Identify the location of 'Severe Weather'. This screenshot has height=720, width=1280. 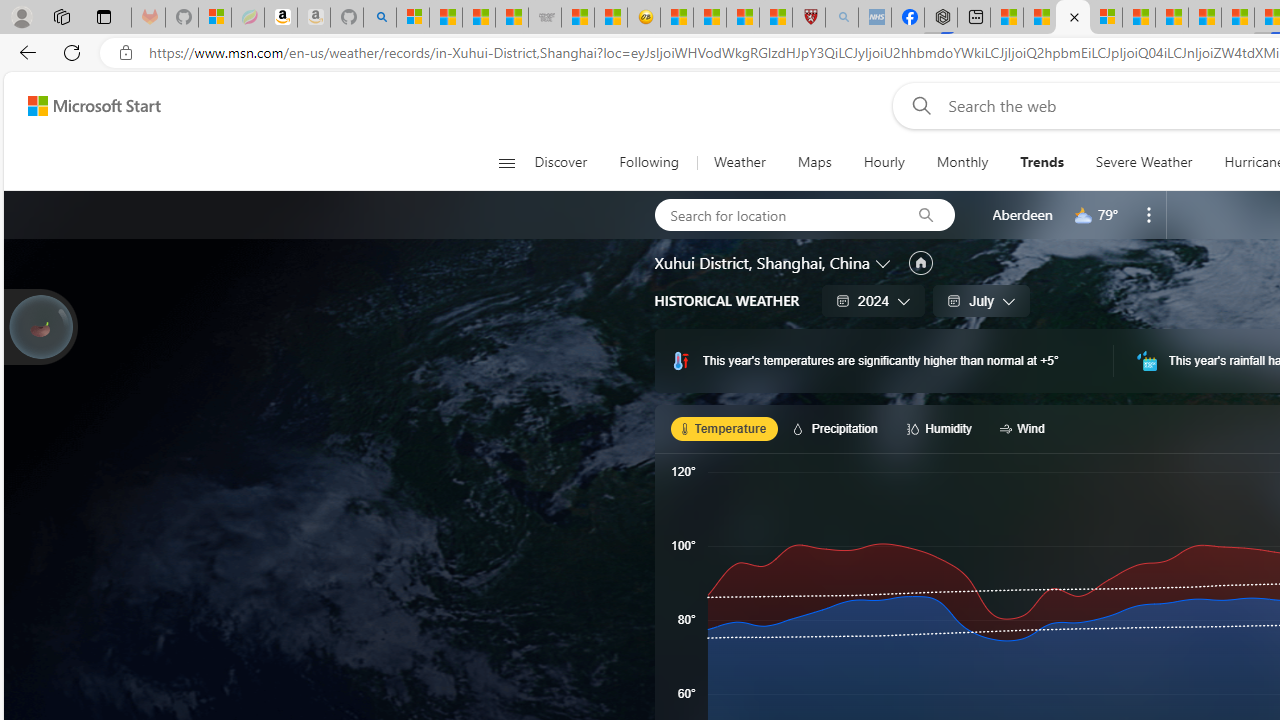
(1143, 162).